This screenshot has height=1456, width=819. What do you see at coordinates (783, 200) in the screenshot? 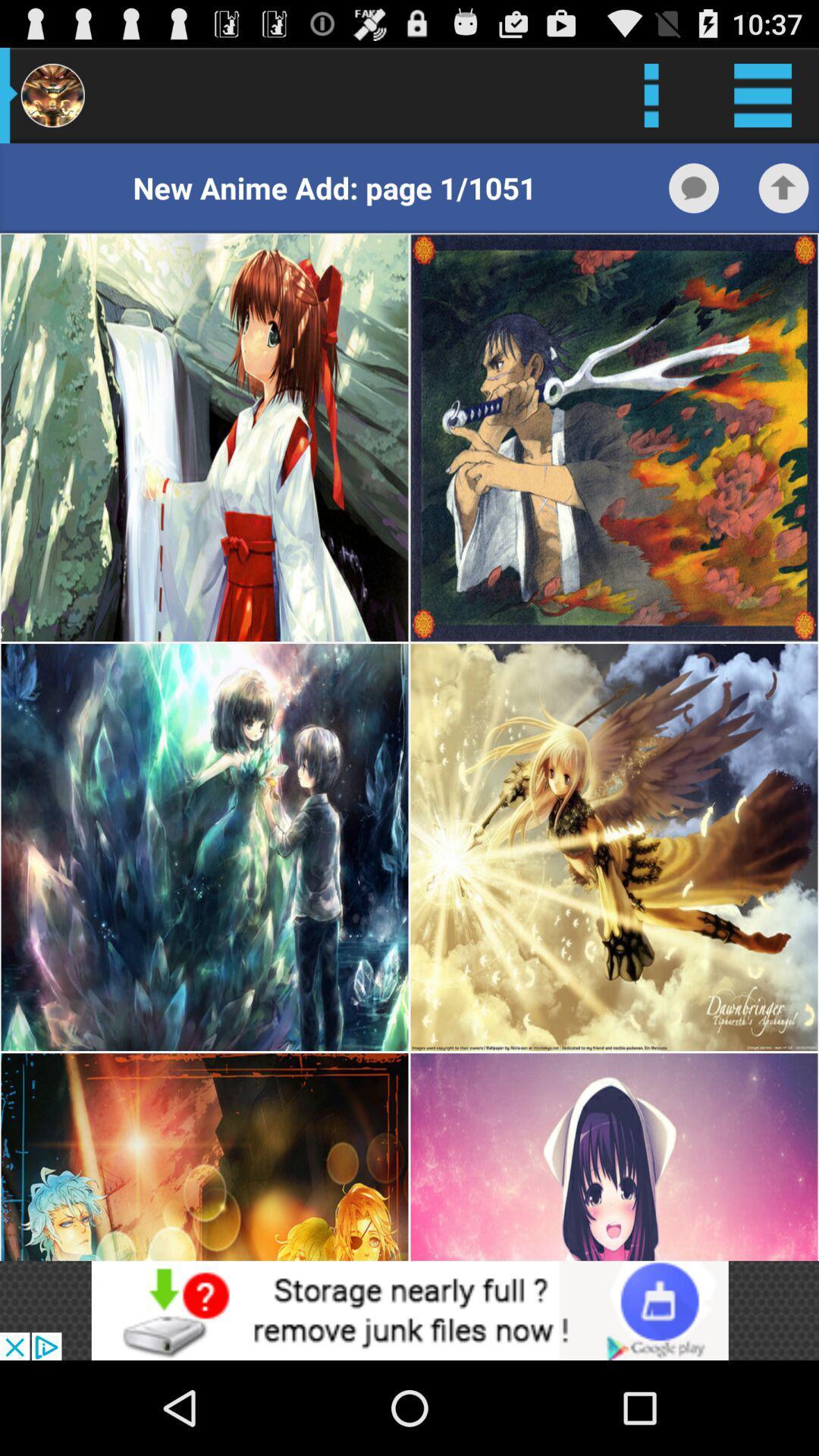
I see `the arrow_upward icon` at bounding box center [783, 200].